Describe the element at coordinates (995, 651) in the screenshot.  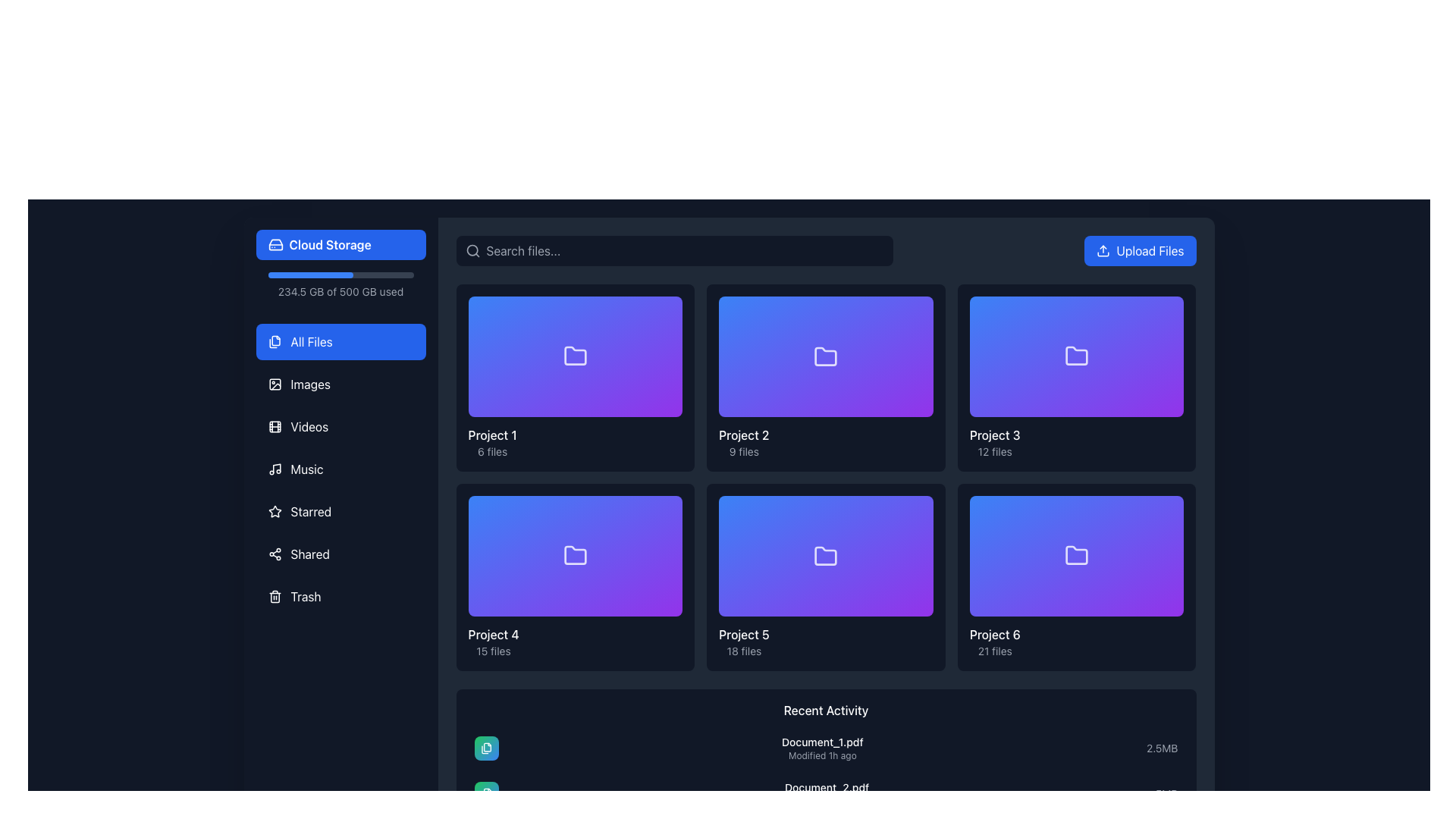
I see `the text label that displays '21 files' associated with 'Project 6', located in the last card of the second row among six visible cards` at that location.